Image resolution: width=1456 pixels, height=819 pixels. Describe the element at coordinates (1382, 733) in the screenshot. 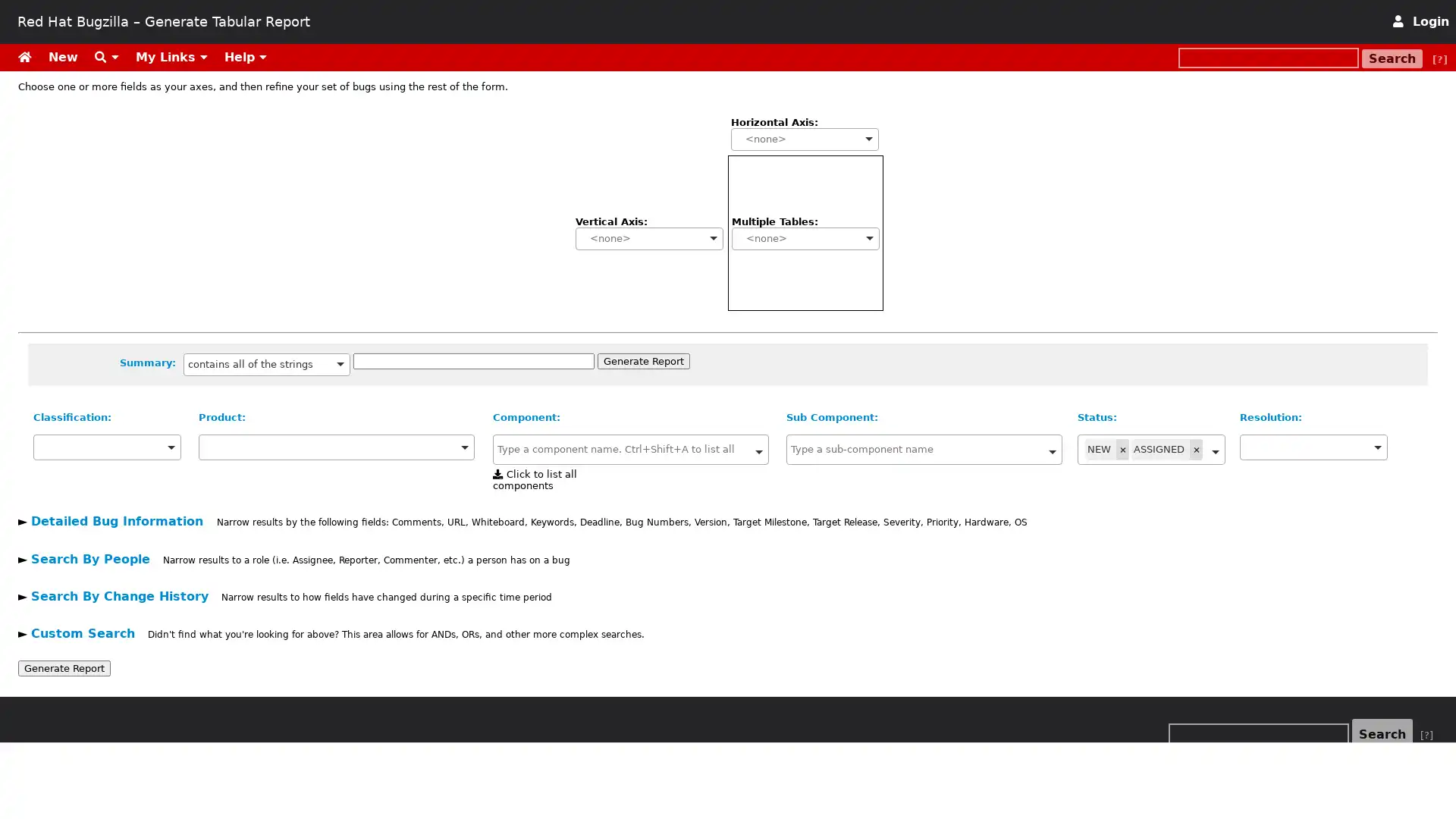

I see `Search` at that location.